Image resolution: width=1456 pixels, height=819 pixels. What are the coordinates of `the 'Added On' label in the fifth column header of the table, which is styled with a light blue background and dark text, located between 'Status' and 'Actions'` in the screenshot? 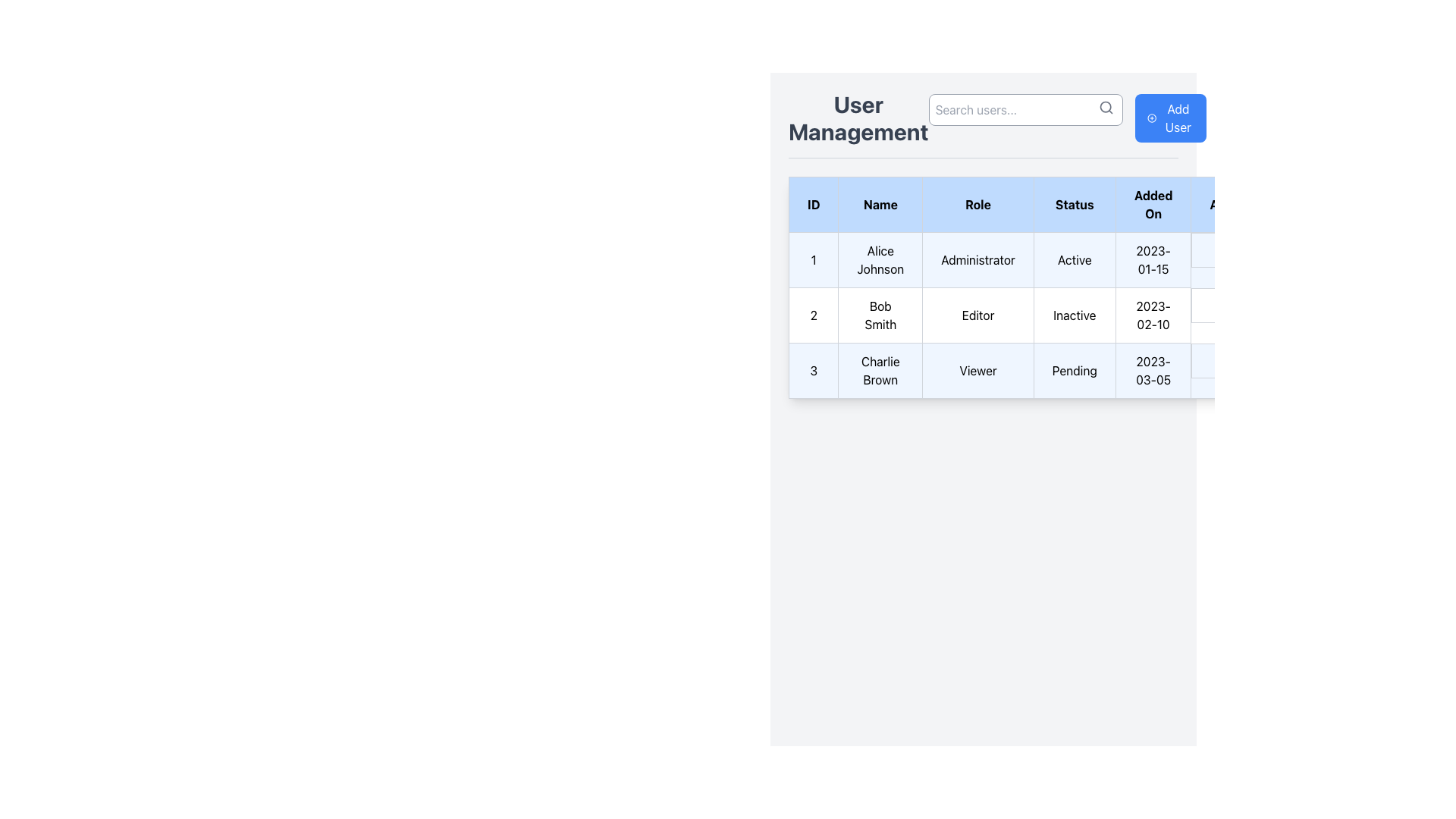 It's located at (1153, 205).